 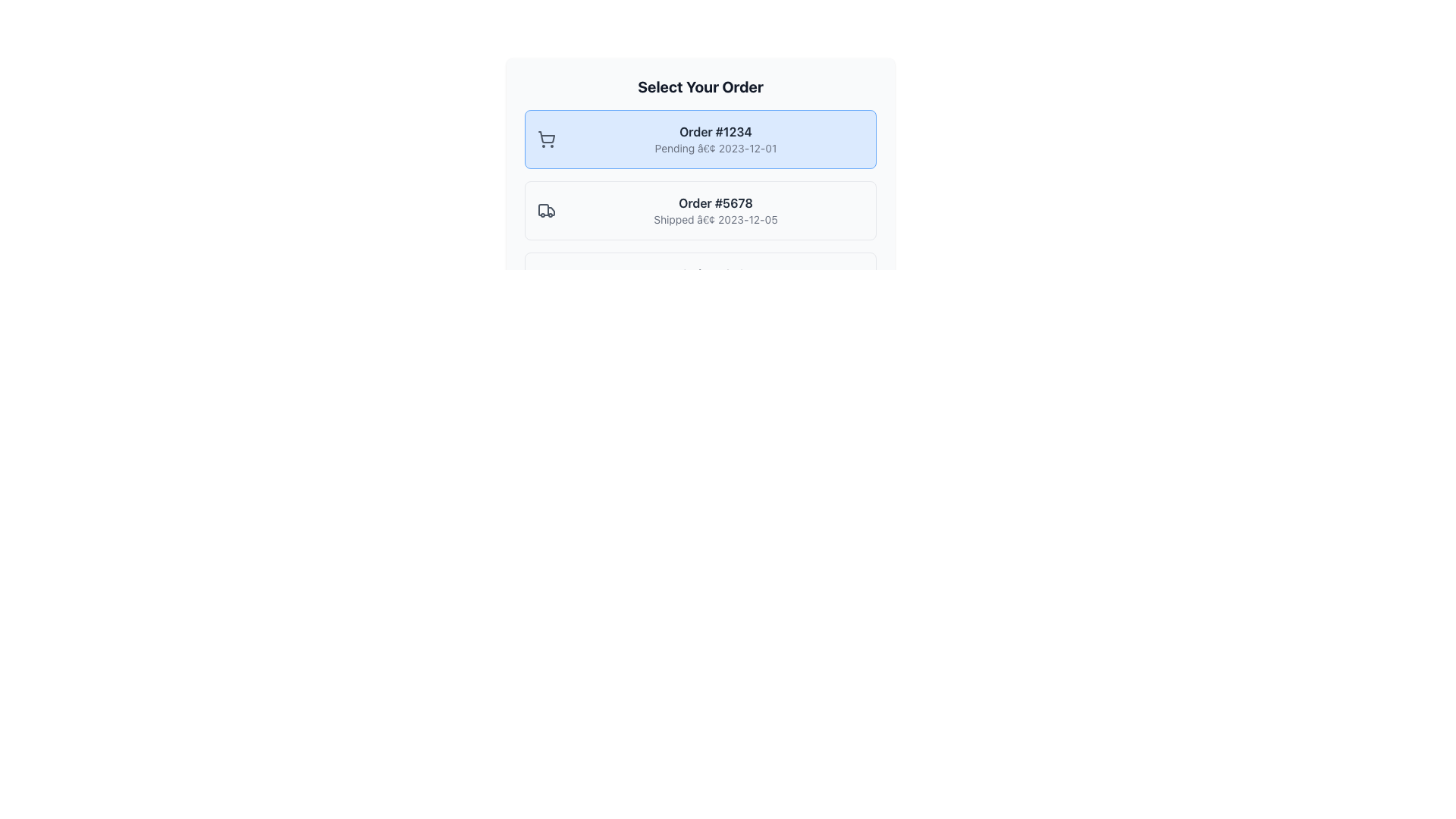 I want to click on to select the order summary card for Order #1234, which is the first card in the vertical list beneath 'Select Your Order', so click(x=700, y=140).